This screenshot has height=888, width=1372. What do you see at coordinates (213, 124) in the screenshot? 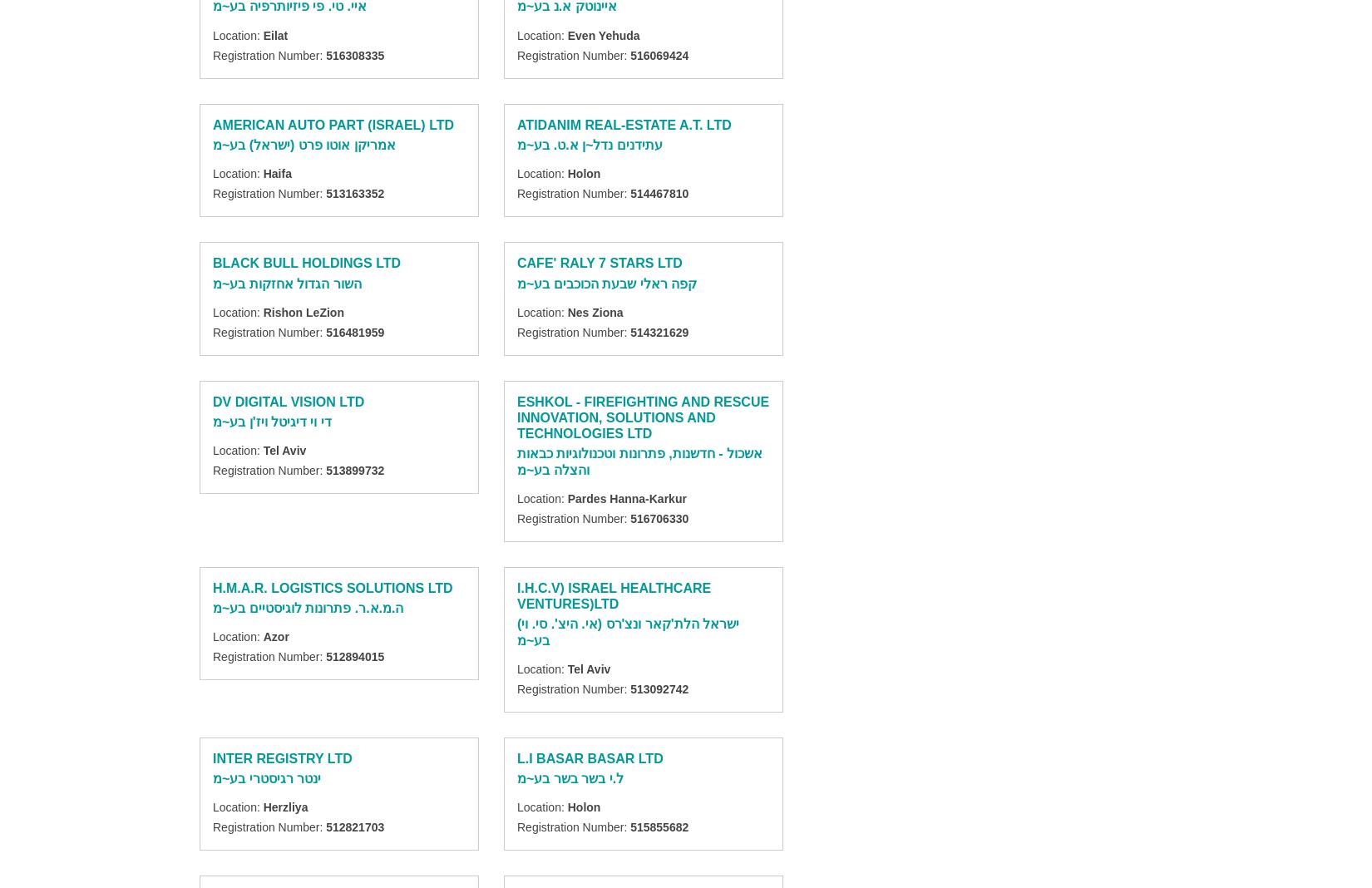
I see `'AMERICAN AUTO PART (ISRAEL) LTD'` at bounding box center [213, 124].